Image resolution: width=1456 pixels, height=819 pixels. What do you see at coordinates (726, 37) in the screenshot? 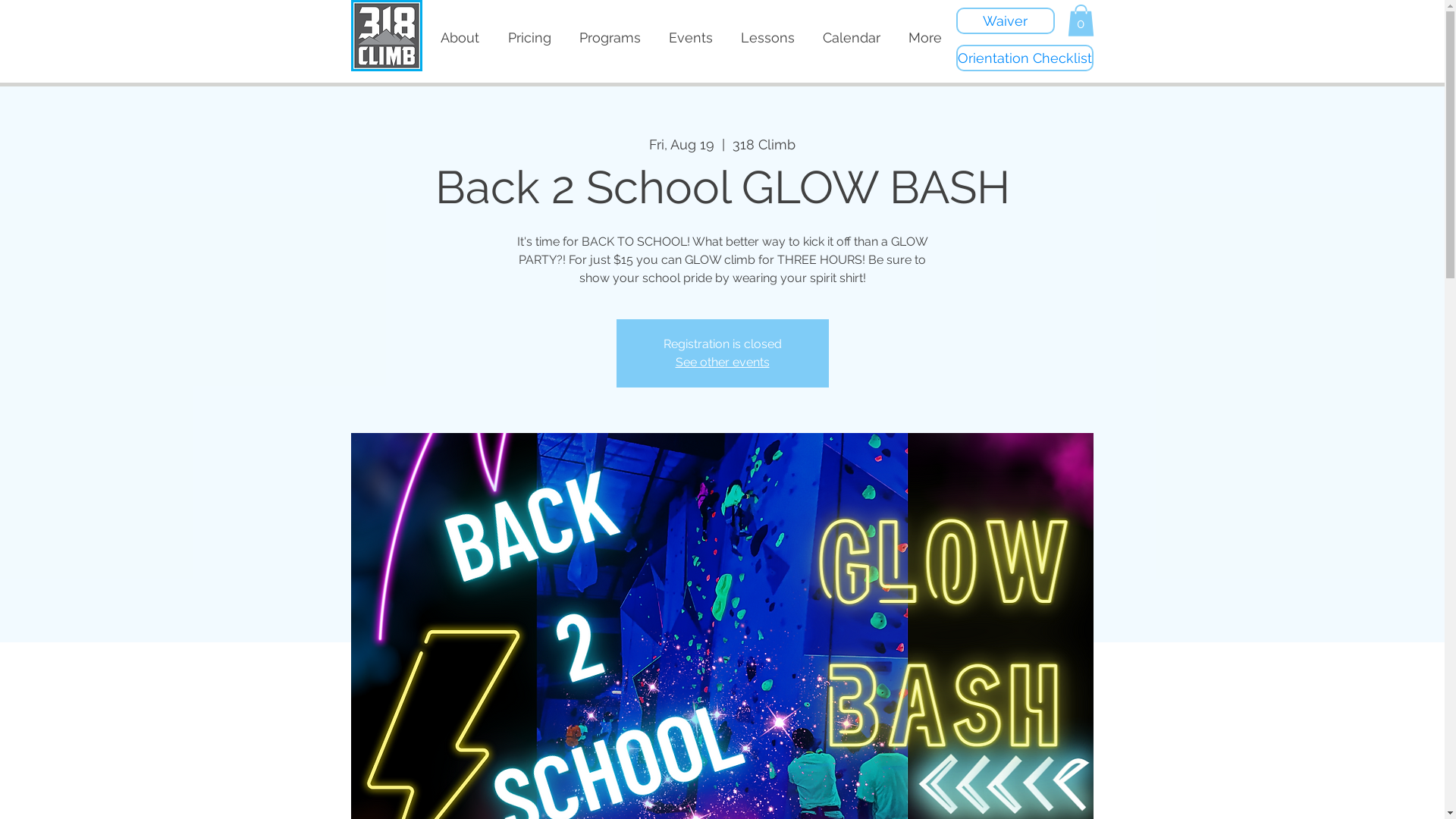
I see `'Lessons'` at bounding box center [726, 37].